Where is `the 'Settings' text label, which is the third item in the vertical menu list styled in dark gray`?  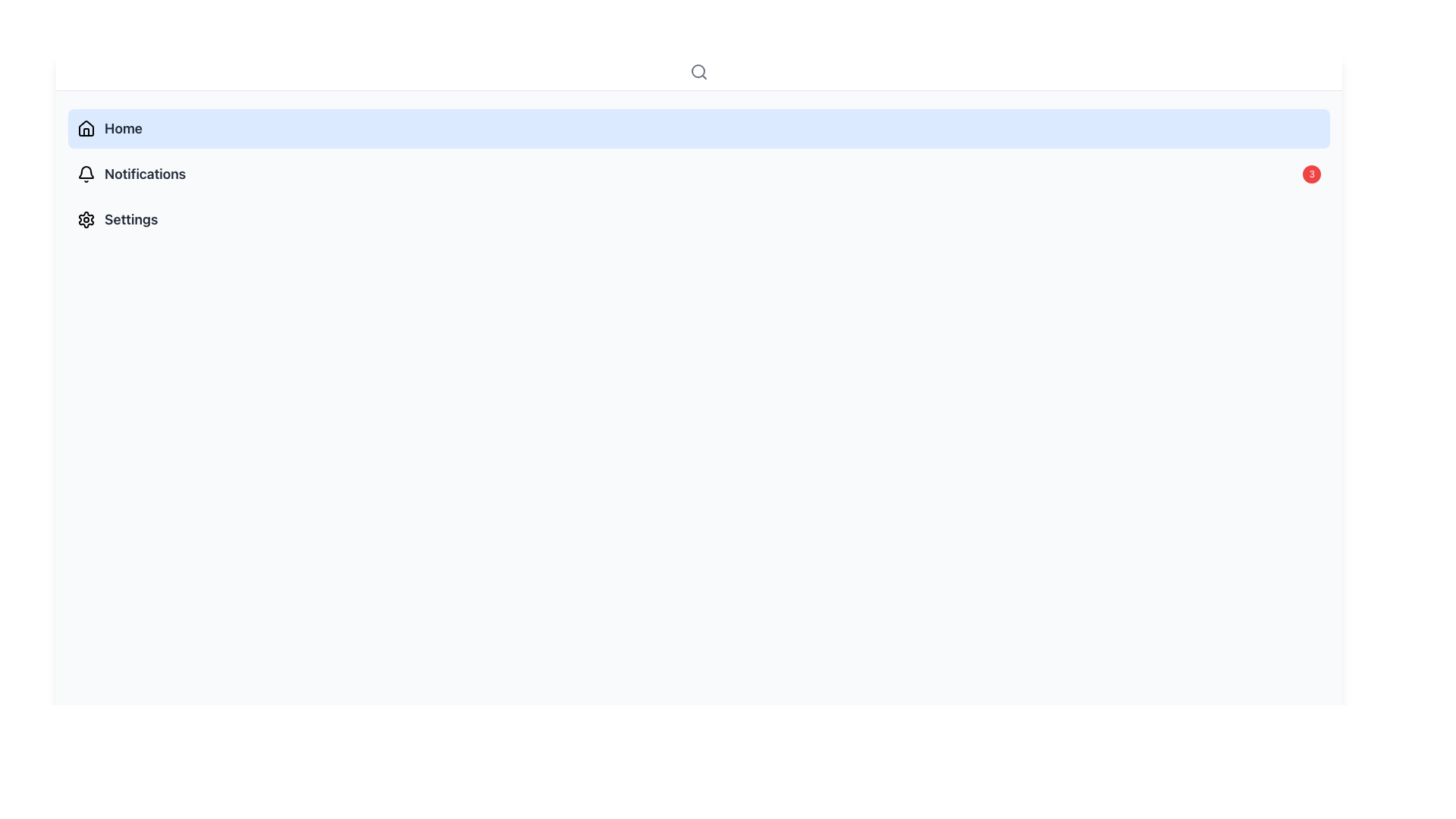 the 'Settings' text label, which is the third item in the vertical menu list styled in dark gray is located at coordinates (131, 219).